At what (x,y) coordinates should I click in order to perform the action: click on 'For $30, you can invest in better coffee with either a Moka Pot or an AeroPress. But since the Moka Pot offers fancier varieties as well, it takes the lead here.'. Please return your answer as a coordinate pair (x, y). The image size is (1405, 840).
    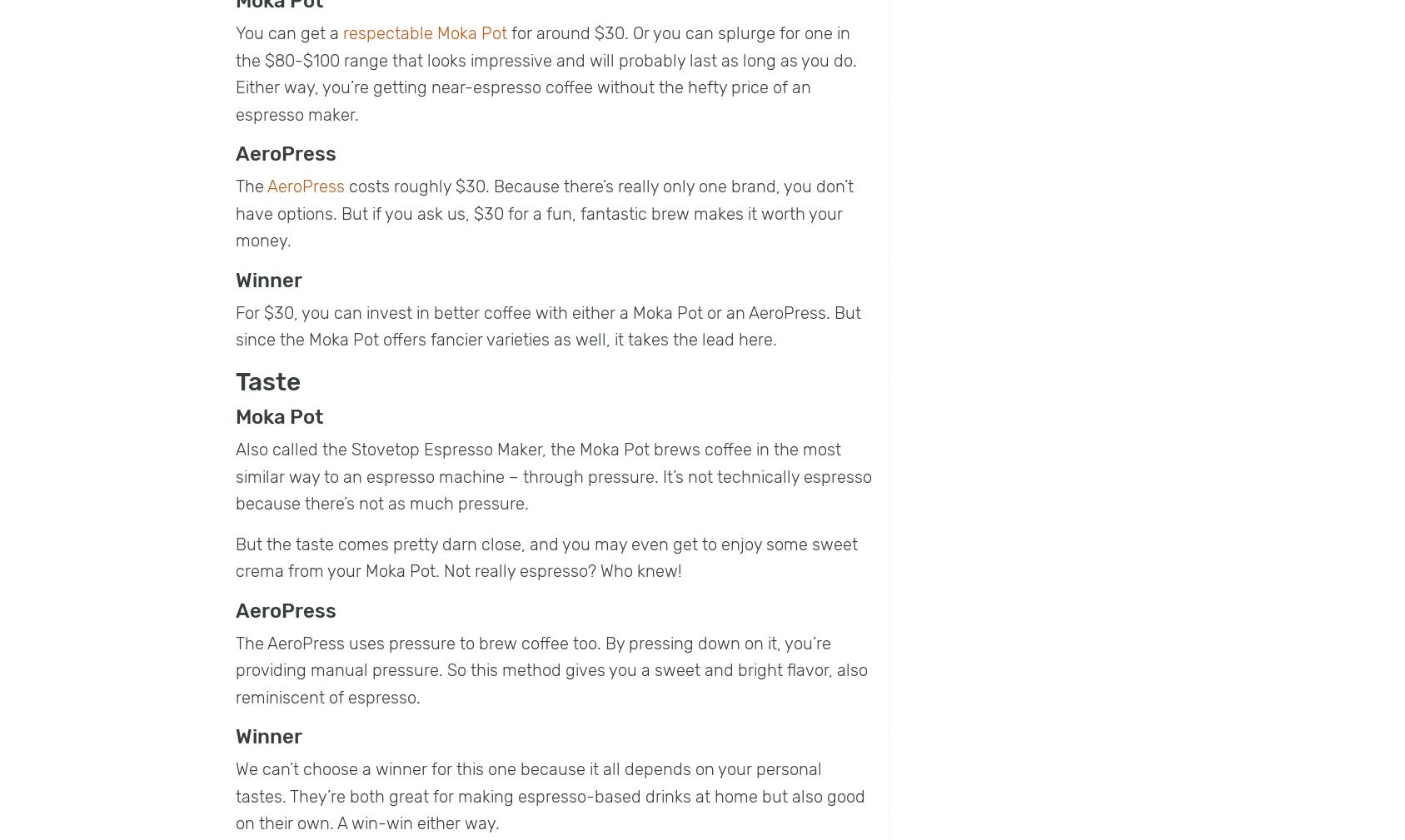
    Looking at the image, I should click on (548, 325).